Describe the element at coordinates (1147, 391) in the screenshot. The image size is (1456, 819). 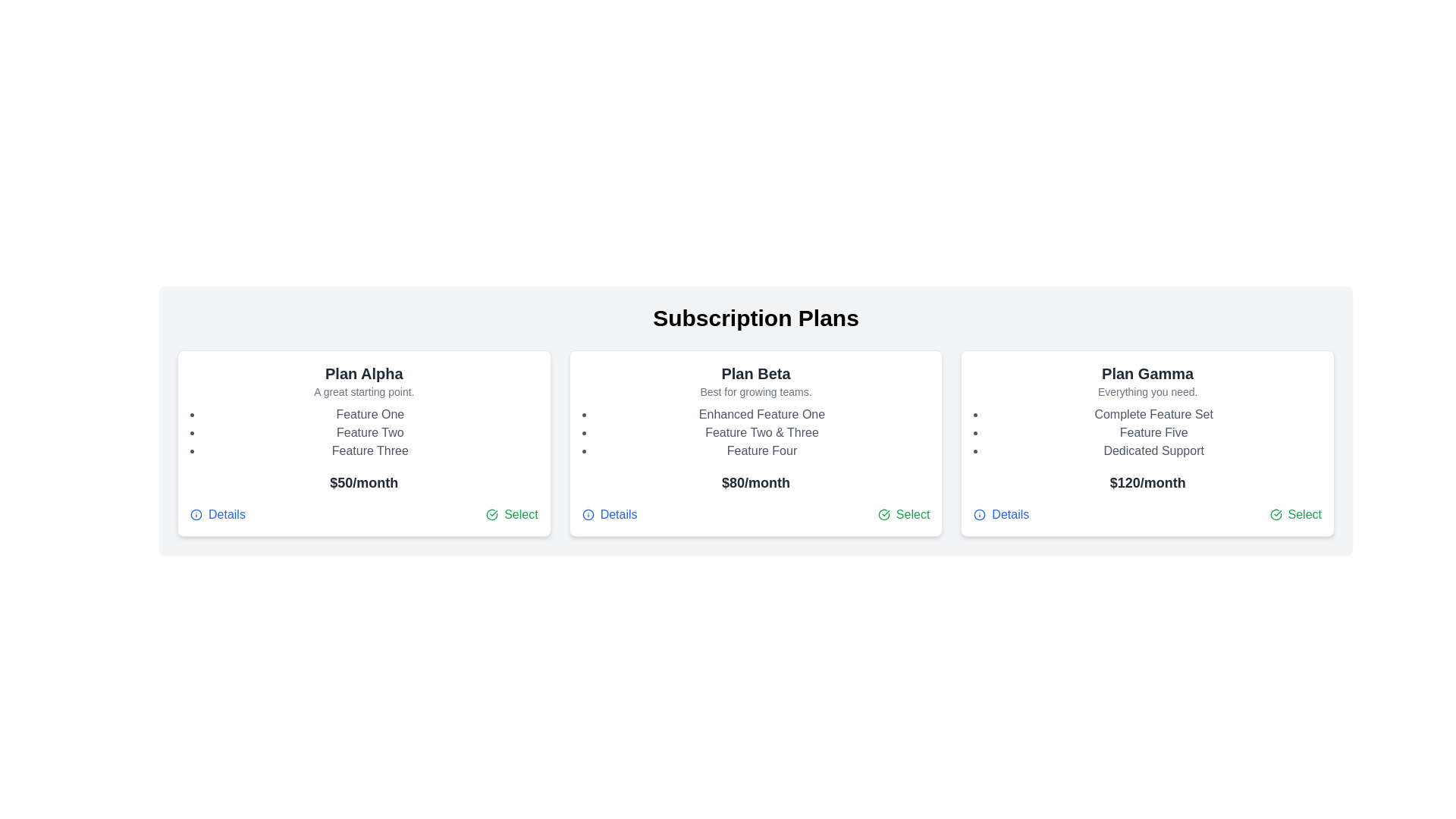
I see `the text element that provides a brief description for the 'Plan Gamma' subscription plan, located below the heading 'Plan Gamma'` at that location.